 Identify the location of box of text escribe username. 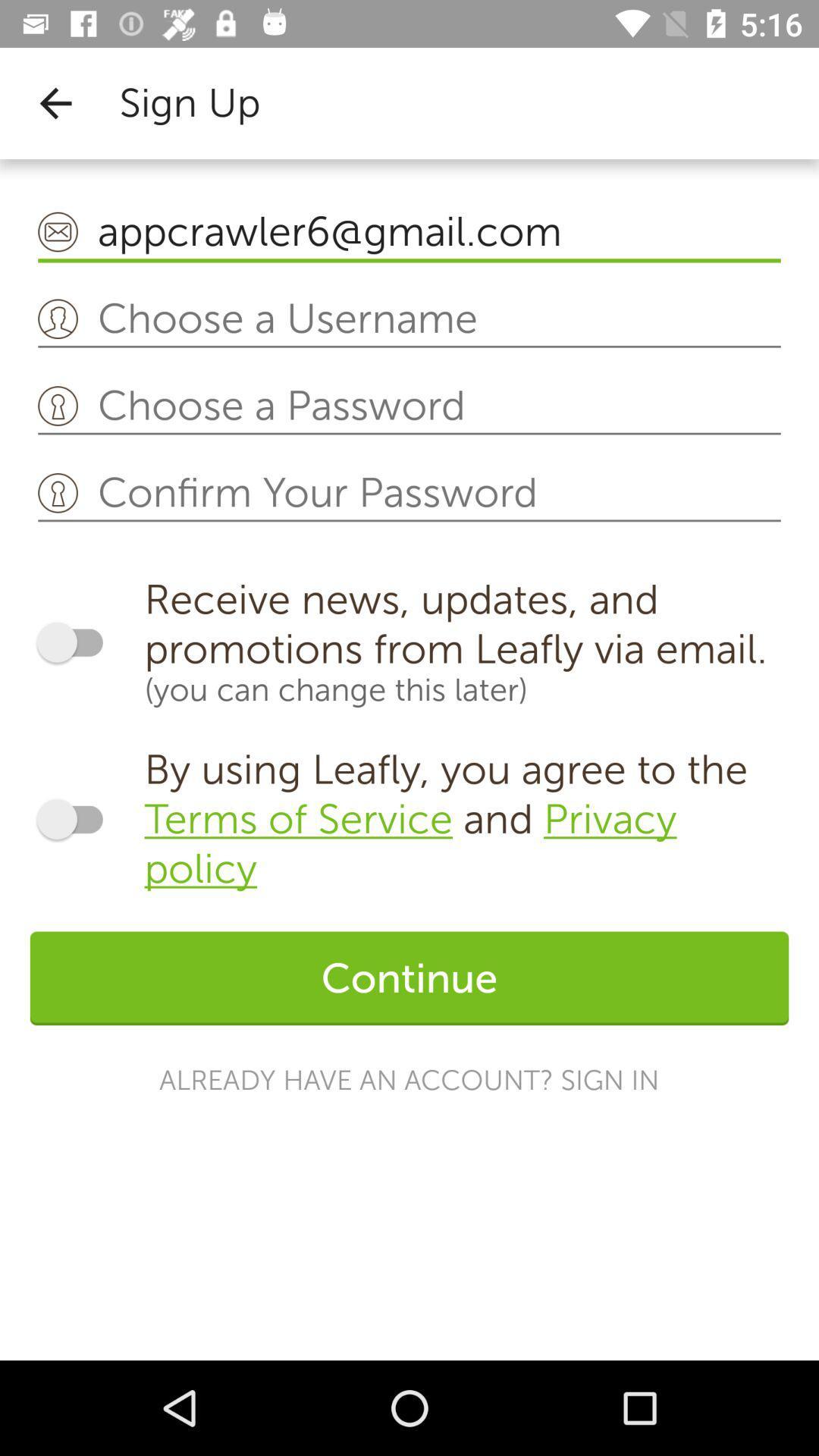
(409, 318).